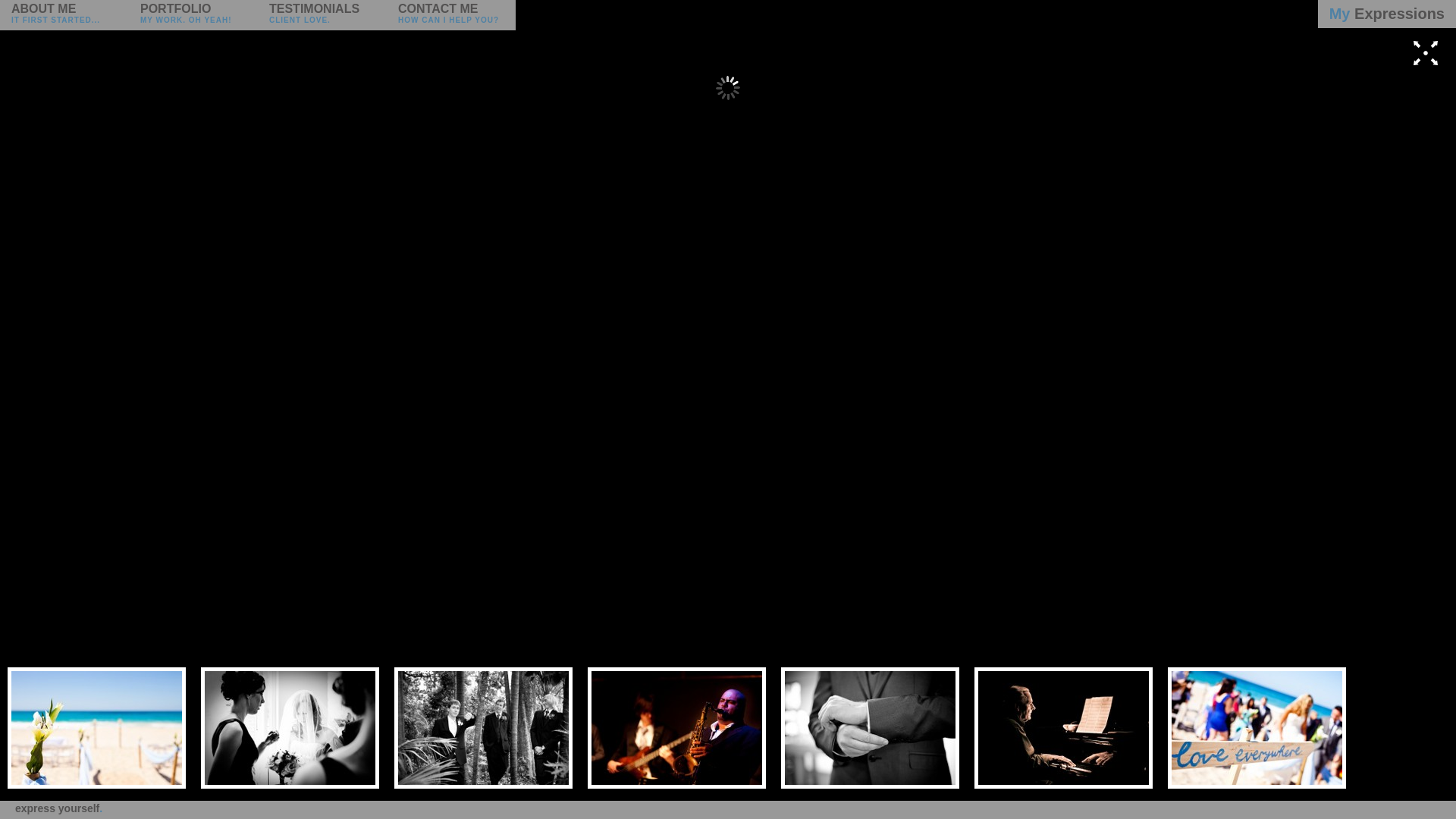 Image resolution: width=1456 pixels, height=819 pixels. What do you see at coordinates (1257, 727) in the screenshot?
I see `'love everywhere'` at bounding box center [1257, 727].